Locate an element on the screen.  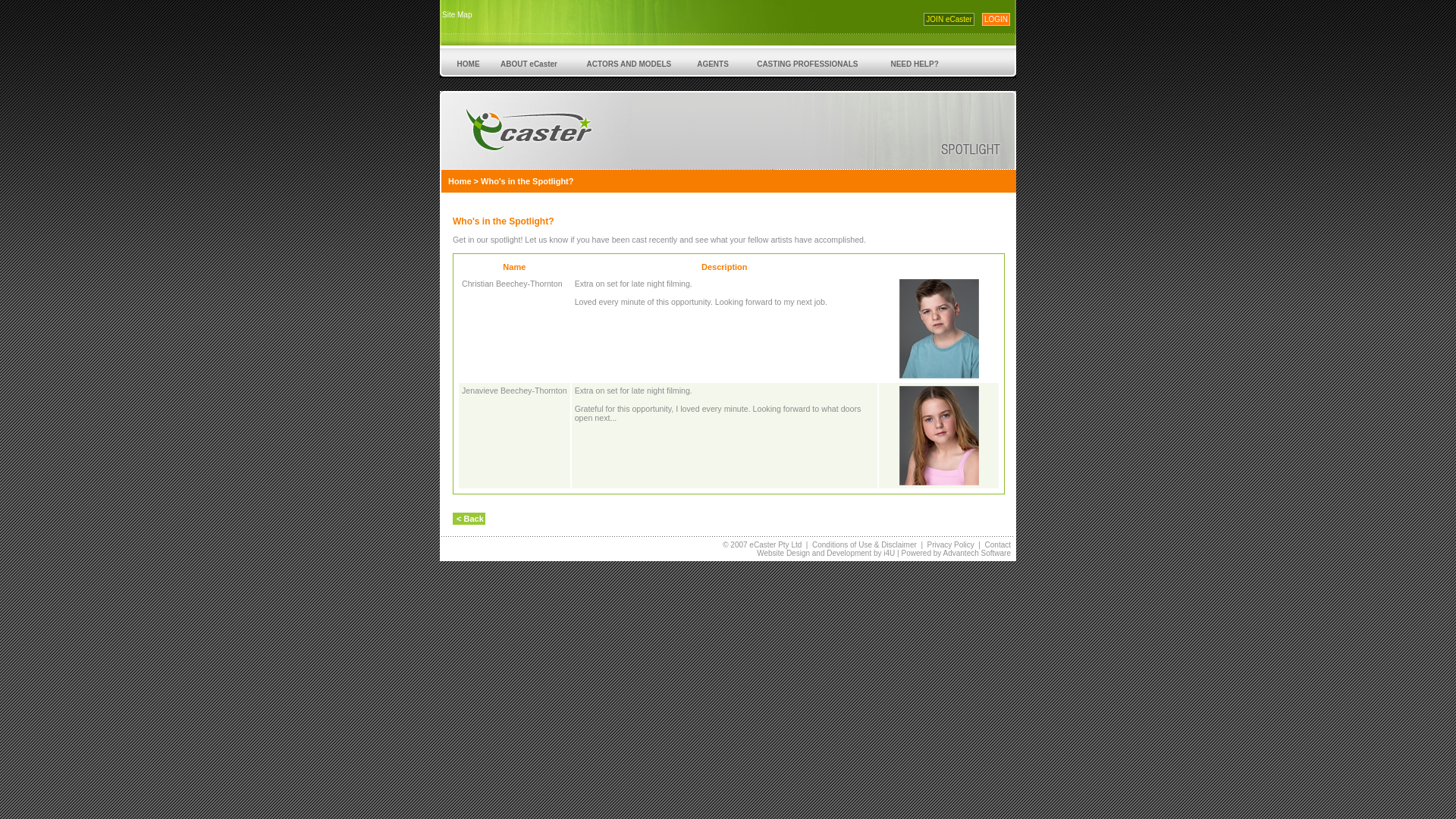
'Home' is located at coordinates (459, 180).